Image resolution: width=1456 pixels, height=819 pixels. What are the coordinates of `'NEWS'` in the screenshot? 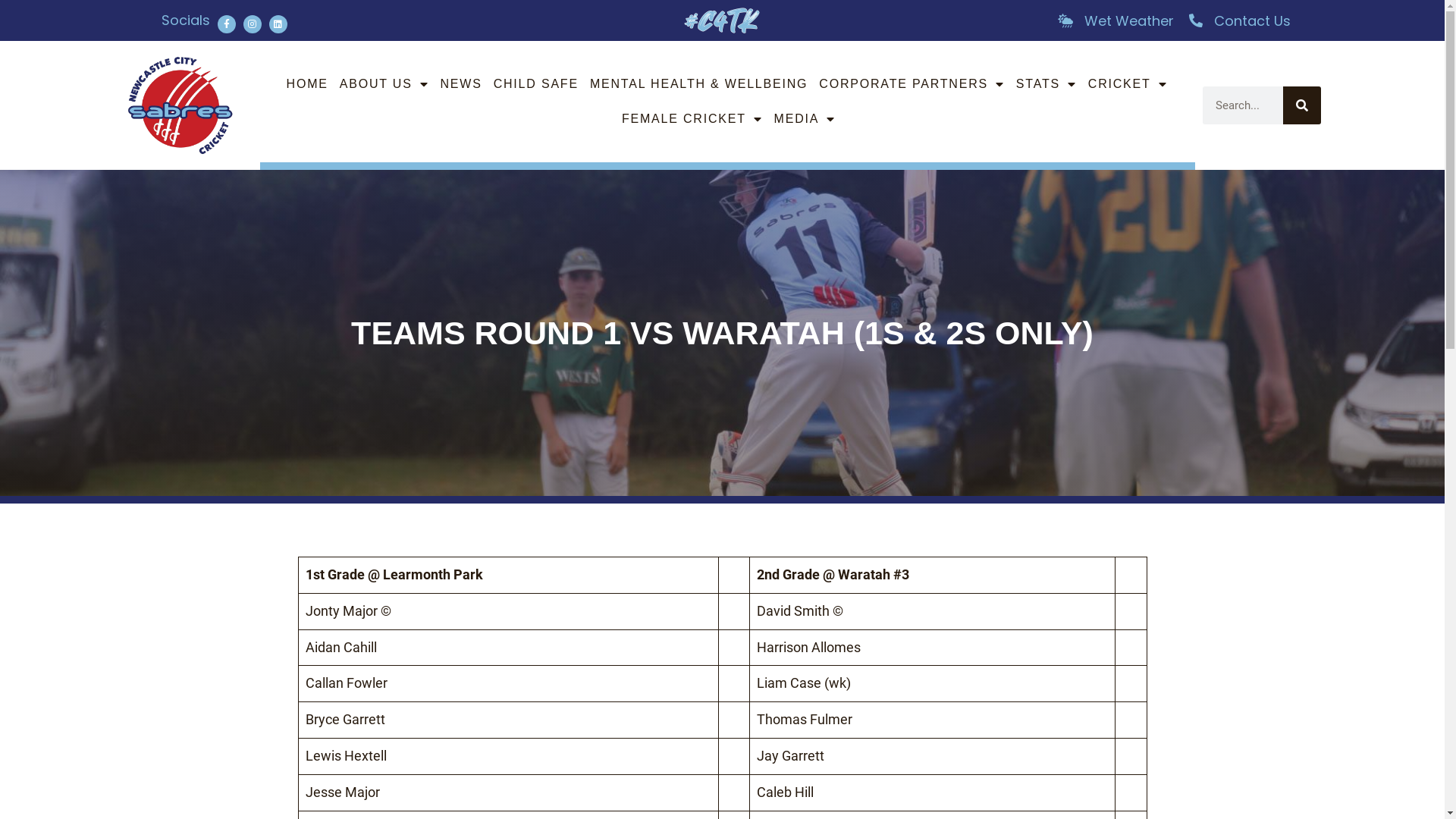 It's located at (460, 84).